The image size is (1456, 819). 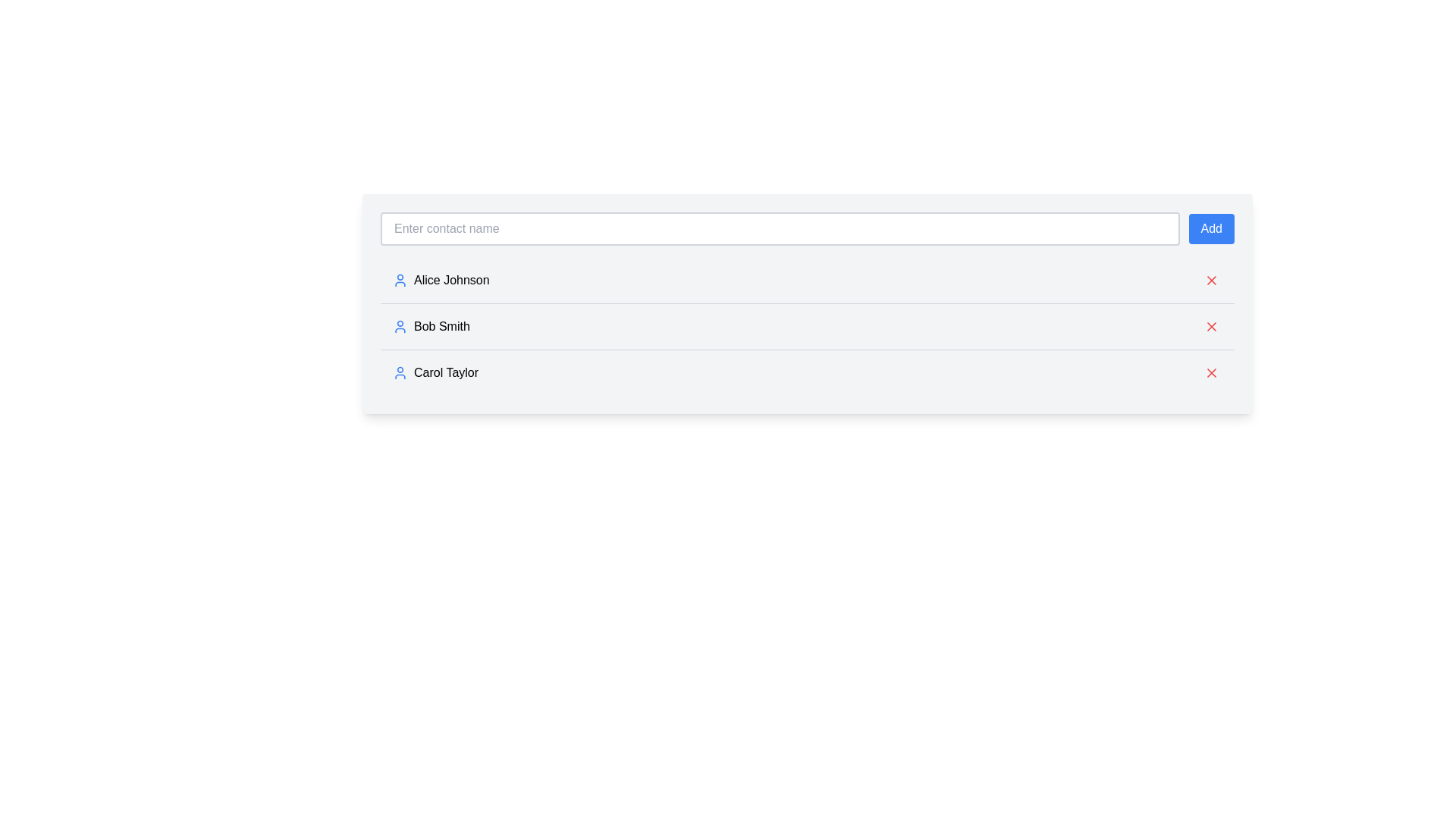 I want to click on the user profile icon, which is characterized by its circular head and semi-rounded shoulders in blue, located to the left of the text 'Alice Johnson', so click(x=400, y=281).